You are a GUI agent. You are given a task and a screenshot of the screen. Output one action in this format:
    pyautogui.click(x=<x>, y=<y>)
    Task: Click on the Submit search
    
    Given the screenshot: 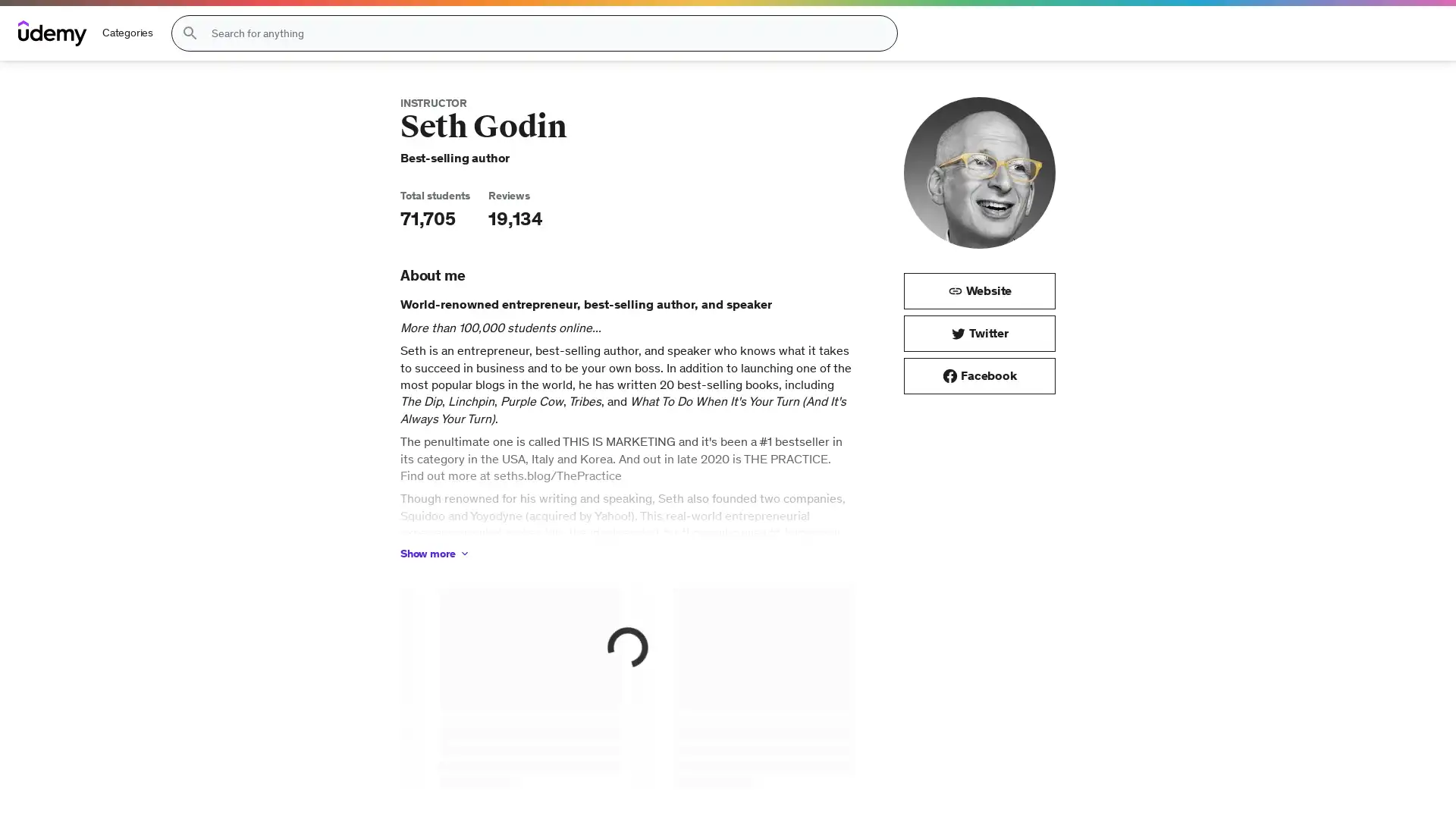 What is the action you would take?
    pyautogui.click(x=189, y=33)
    